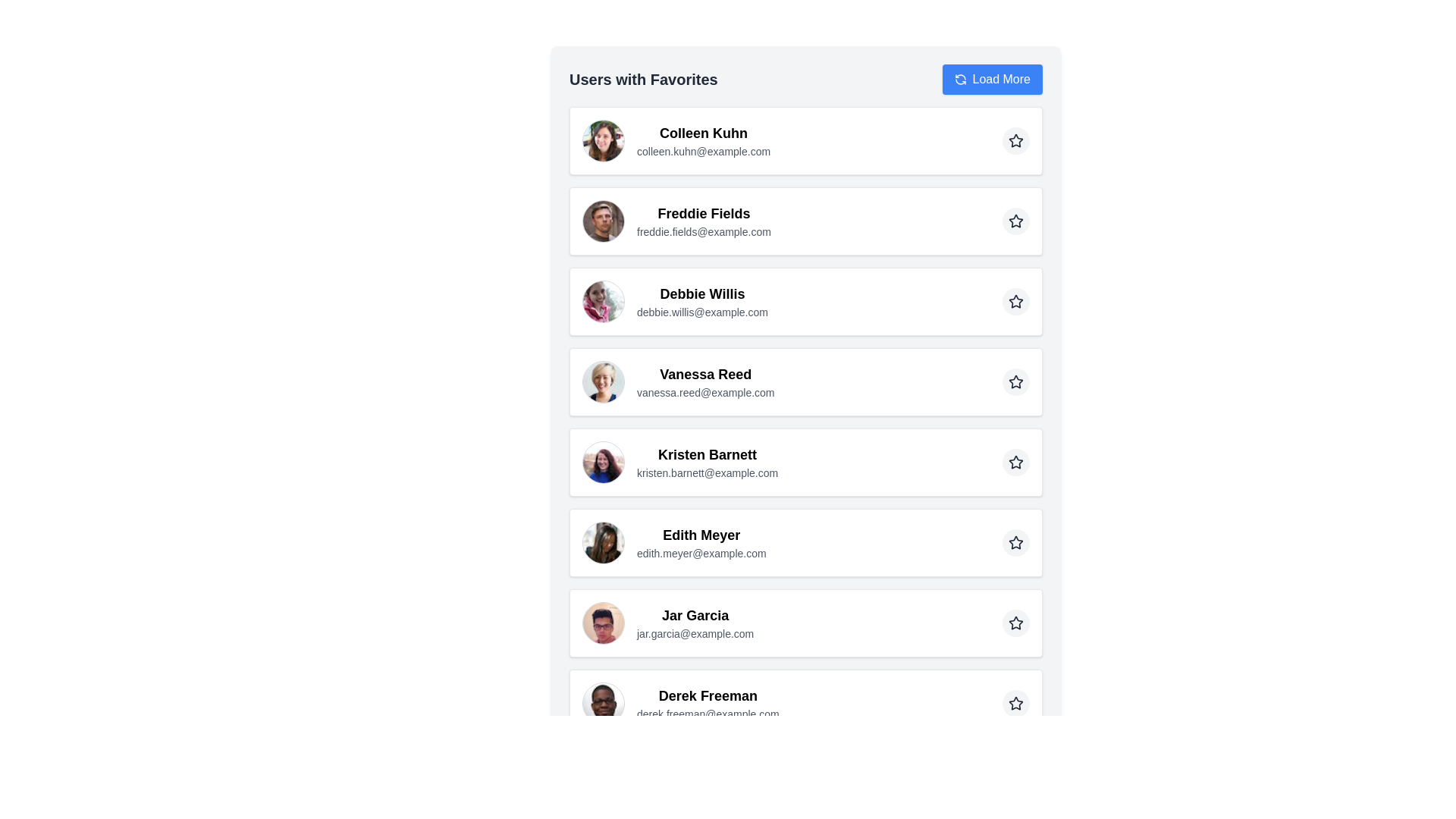 The width and height of the screenshot is (1456, 819). I want to click on the text label displaying 'Derek Freeman', which is prominently styled in bold black font, positioned at the bottom of the visible list, adjacent to a profile picture and an interactive star button, so click(707, 696).